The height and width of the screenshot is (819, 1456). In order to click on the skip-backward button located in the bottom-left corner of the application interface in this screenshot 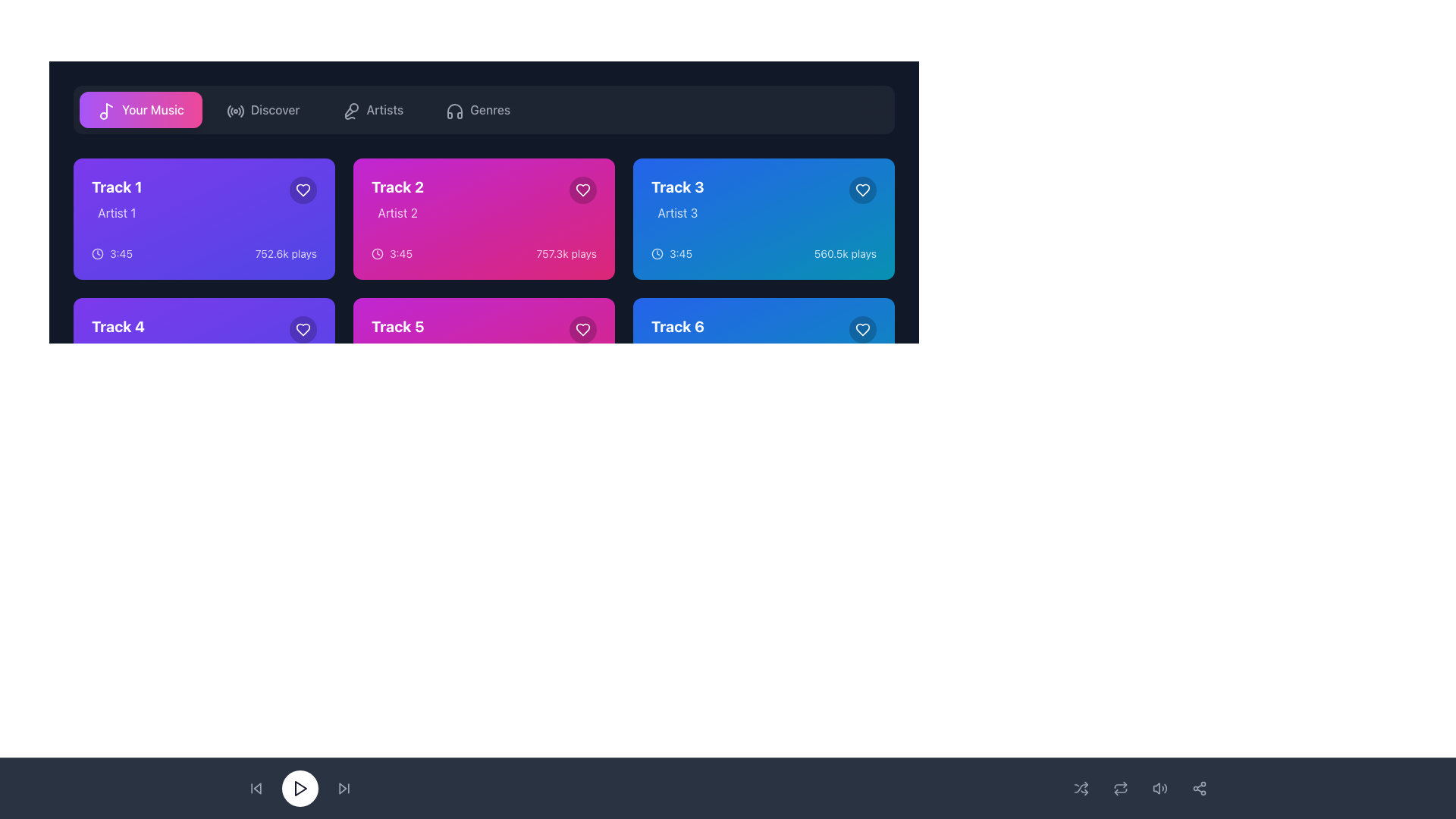, I will do `click(256, 788)`.